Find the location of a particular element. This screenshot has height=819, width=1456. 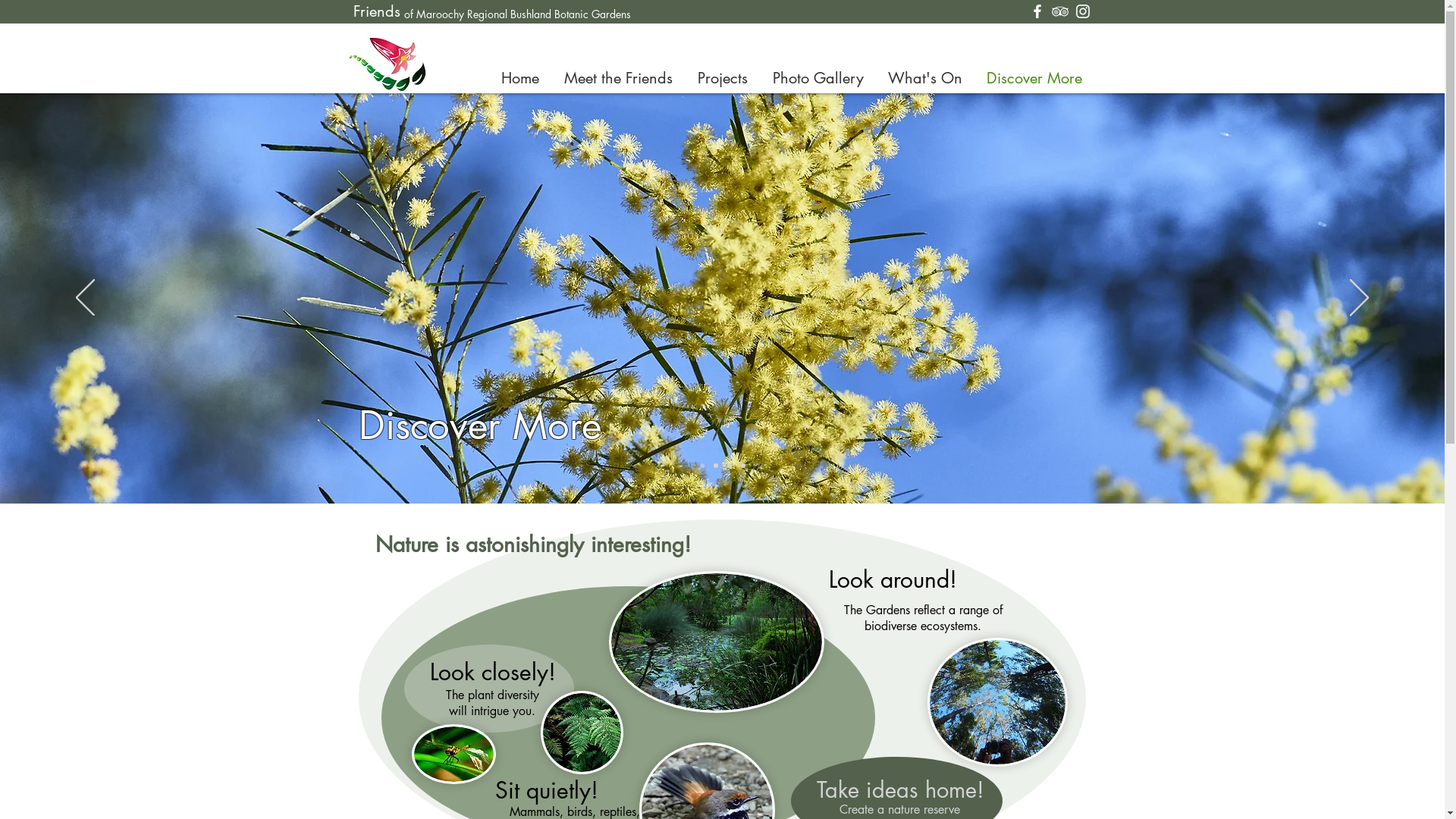

'Meet the Friends' is located at coordinates (551, 78).